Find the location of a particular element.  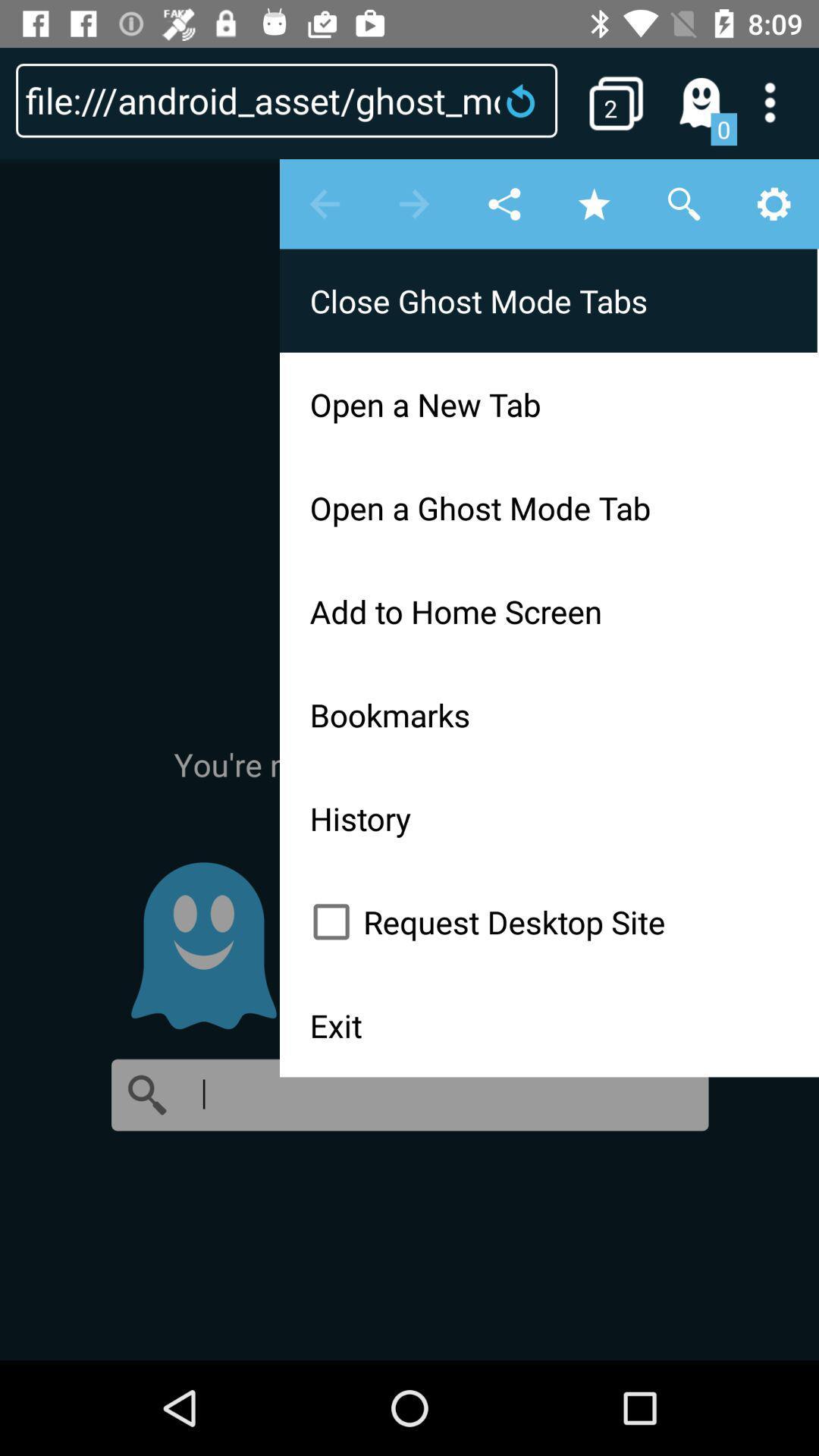

the file android_asset ghost_mode icon is located at coordinates (287, 99).